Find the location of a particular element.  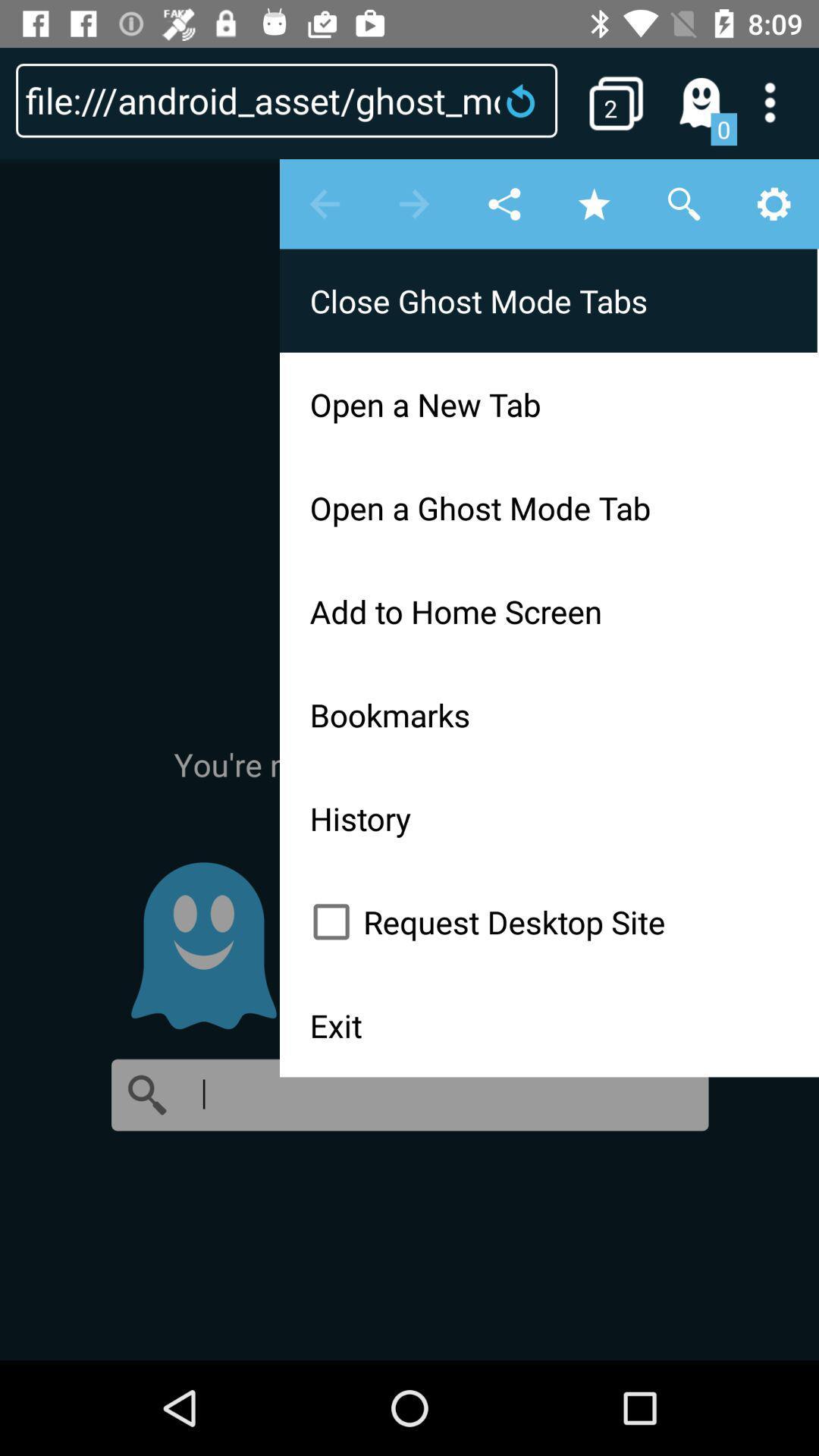

the file android_asset ghost_mode icon is located at coordinates (287, 99).